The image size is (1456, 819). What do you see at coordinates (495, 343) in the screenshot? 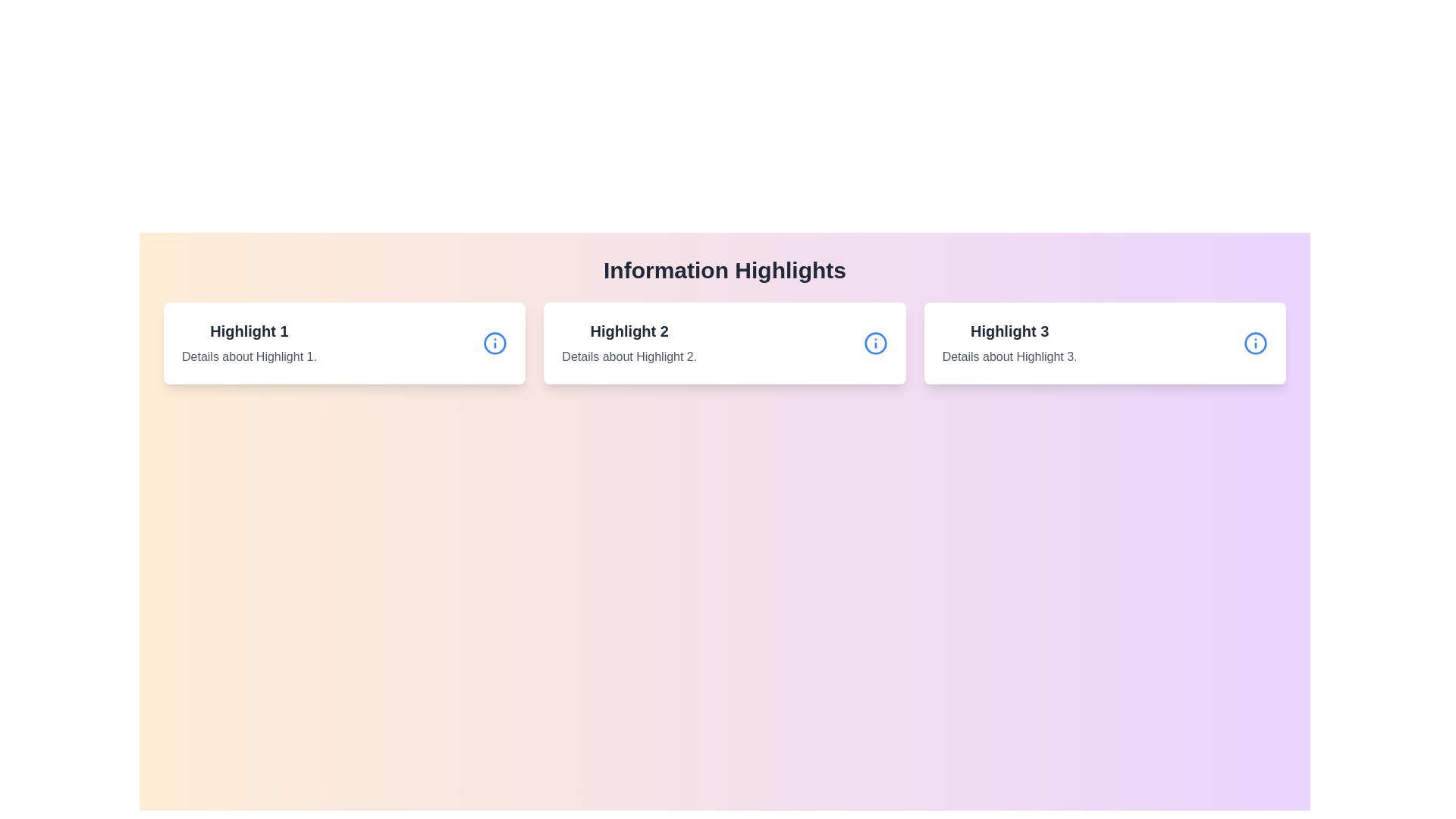
I see `the Circle SVG graphical element located within the rightmost portion of the 'Highlight 1' card, which serves as a decorative or functional component of the icon` at bounding box center [495, 343].